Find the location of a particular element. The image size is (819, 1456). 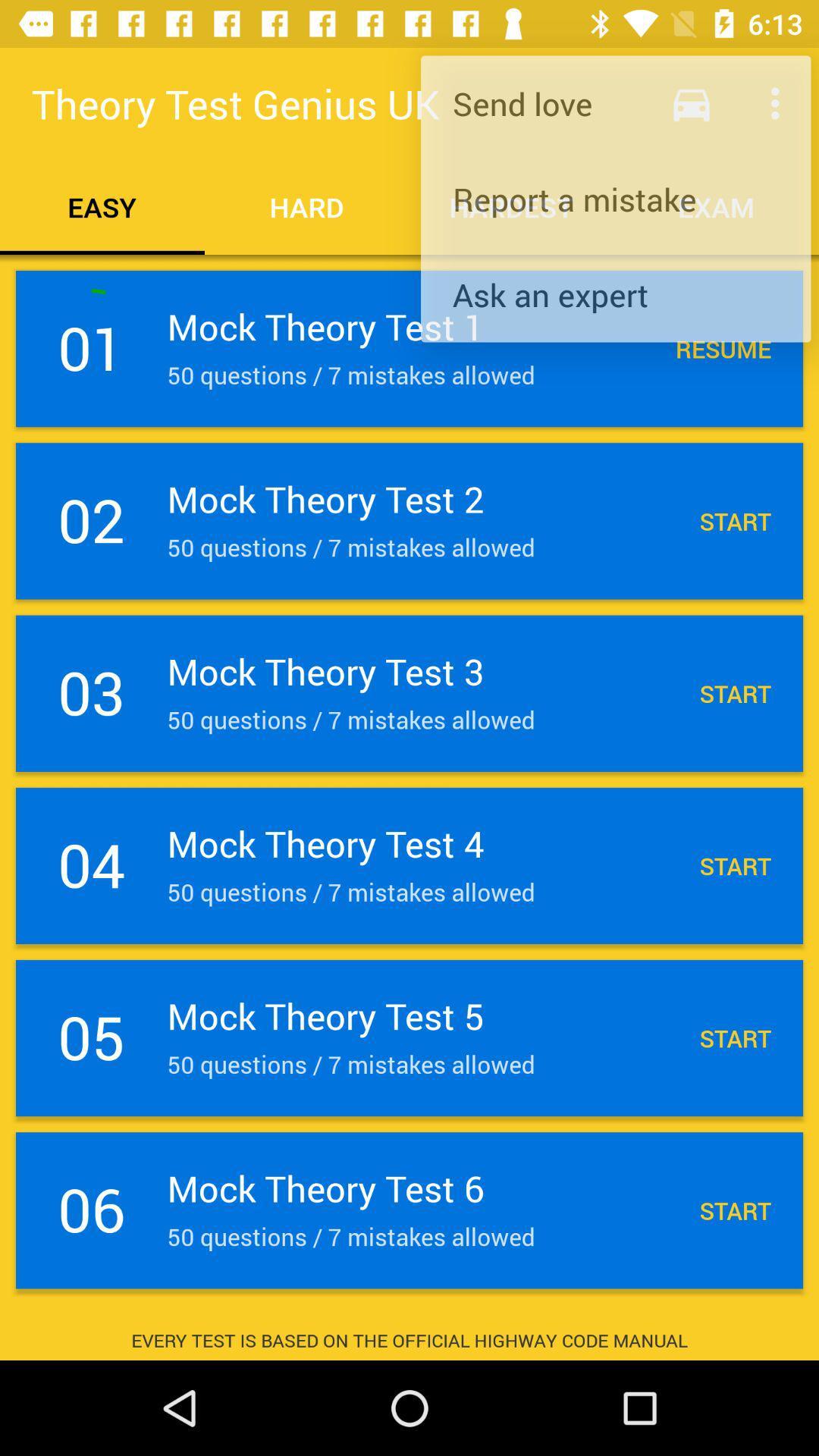

the symbol which is left to the option symbol is located at coordinates (691, 103).